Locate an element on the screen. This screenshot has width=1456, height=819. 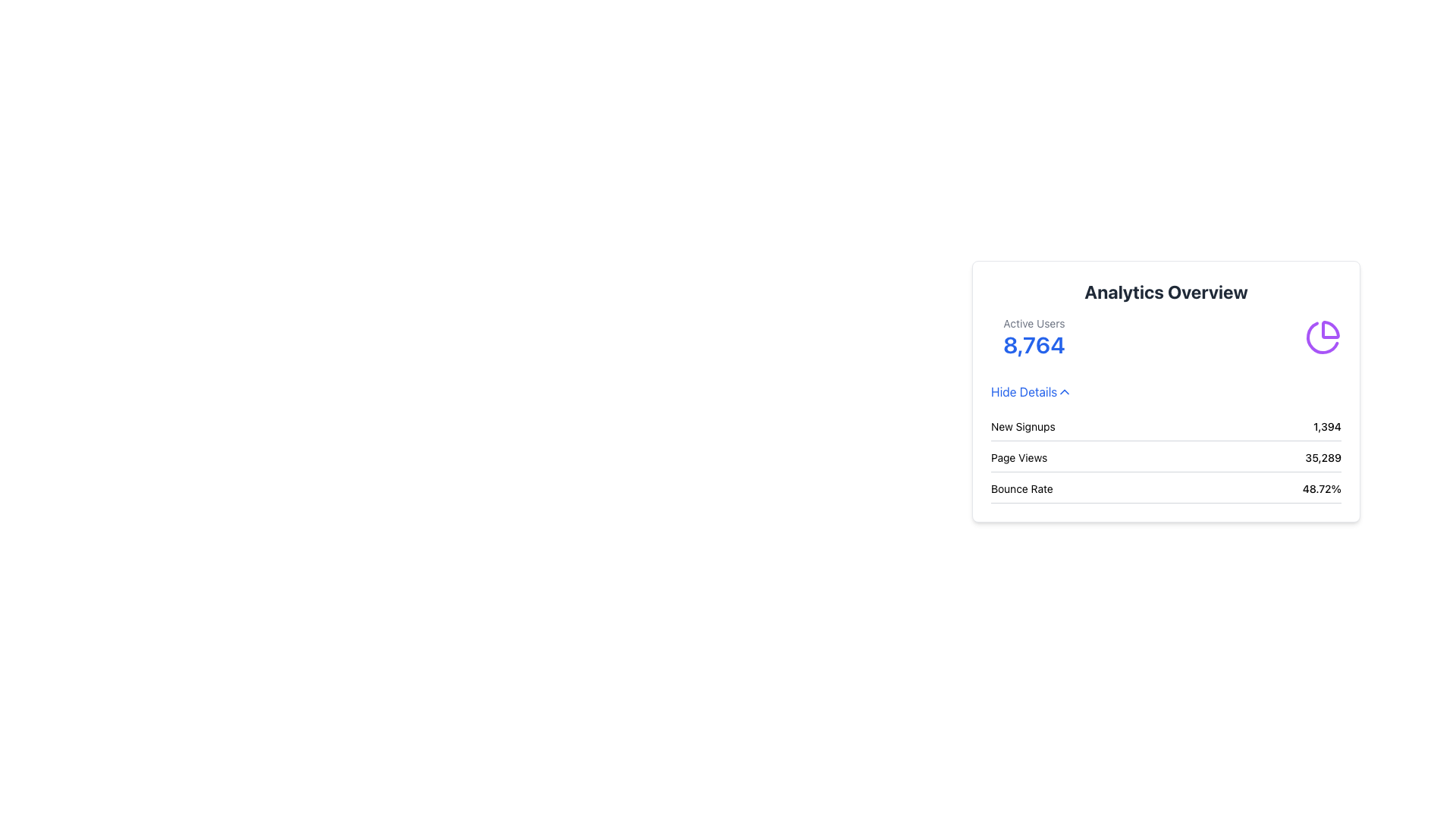
the text display showing the number '35,289' located to the right of the label 'Page Views' in the analytics overview card is located at coordinates (1323, 457).